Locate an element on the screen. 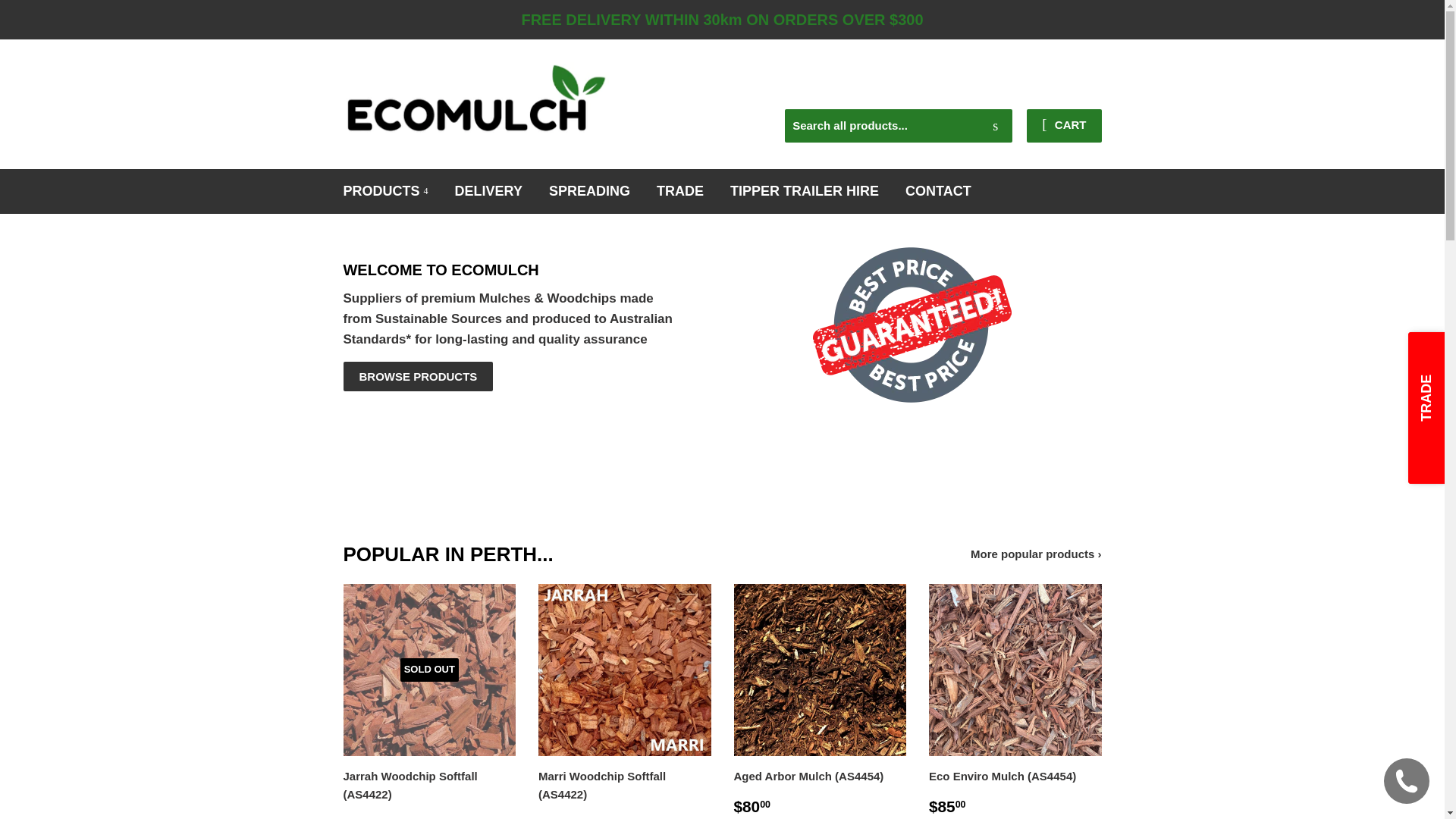 Image resolution: width=1456 pixels, height=819 pixels. 'Call 1300 850 660' is located at coordinates (1026, 75).